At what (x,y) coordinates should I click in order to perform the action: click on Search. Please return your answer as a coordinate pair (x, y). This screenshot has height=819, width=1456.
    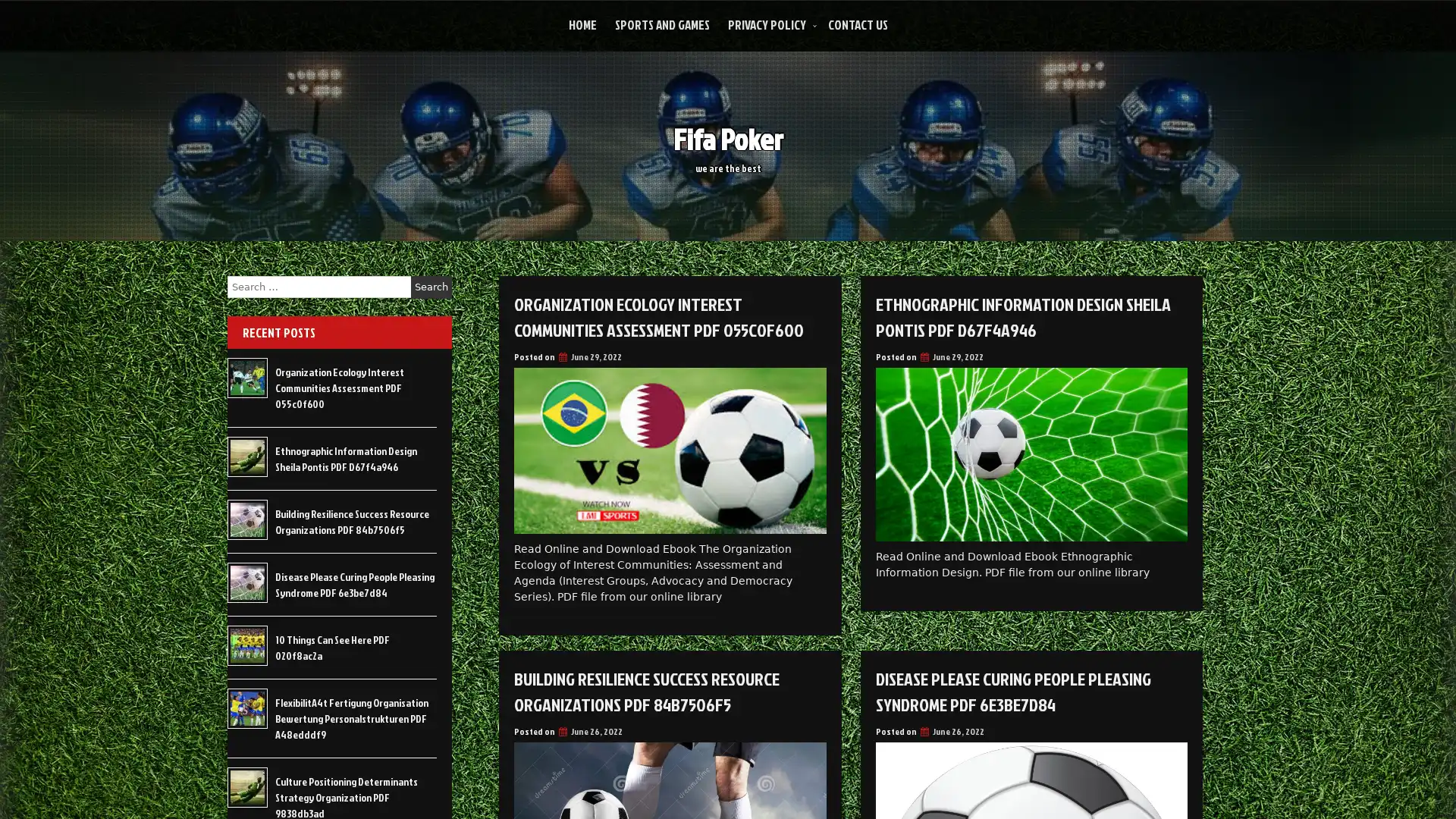
    Looking at the image, I should click on (431, 287).